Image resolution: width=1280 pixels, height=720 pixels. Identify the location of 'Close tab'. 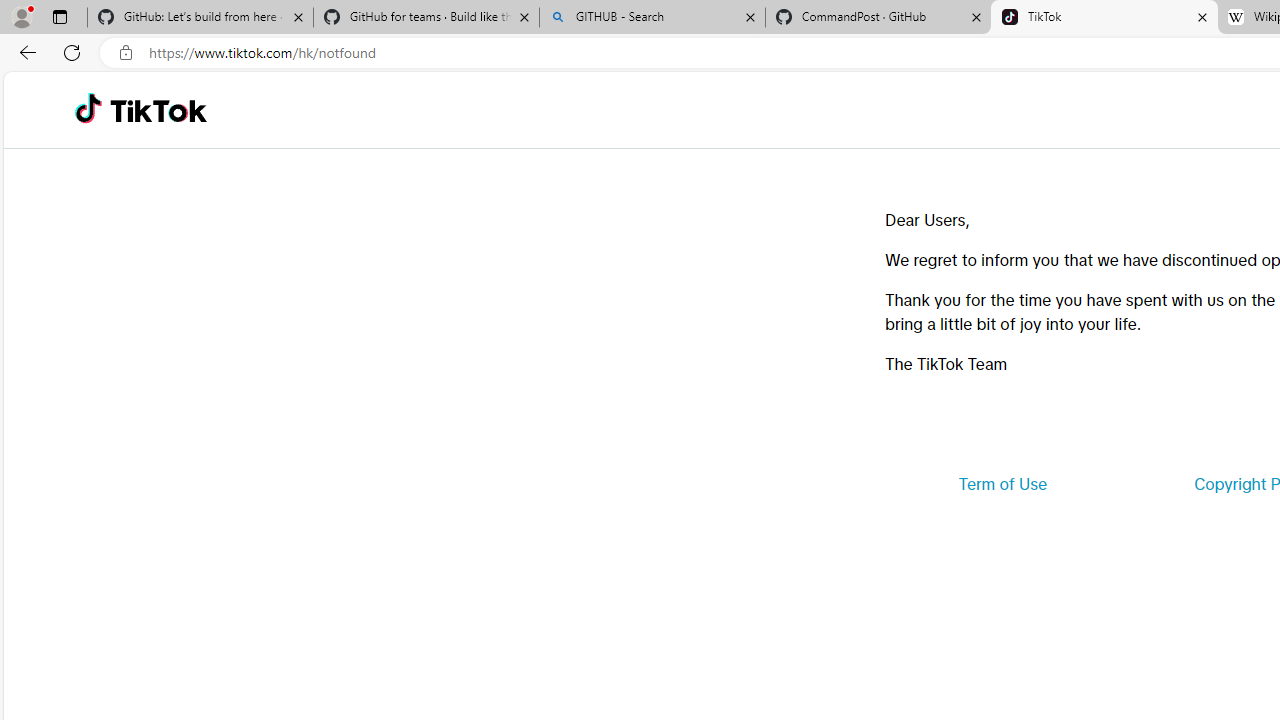
(1201, 17).